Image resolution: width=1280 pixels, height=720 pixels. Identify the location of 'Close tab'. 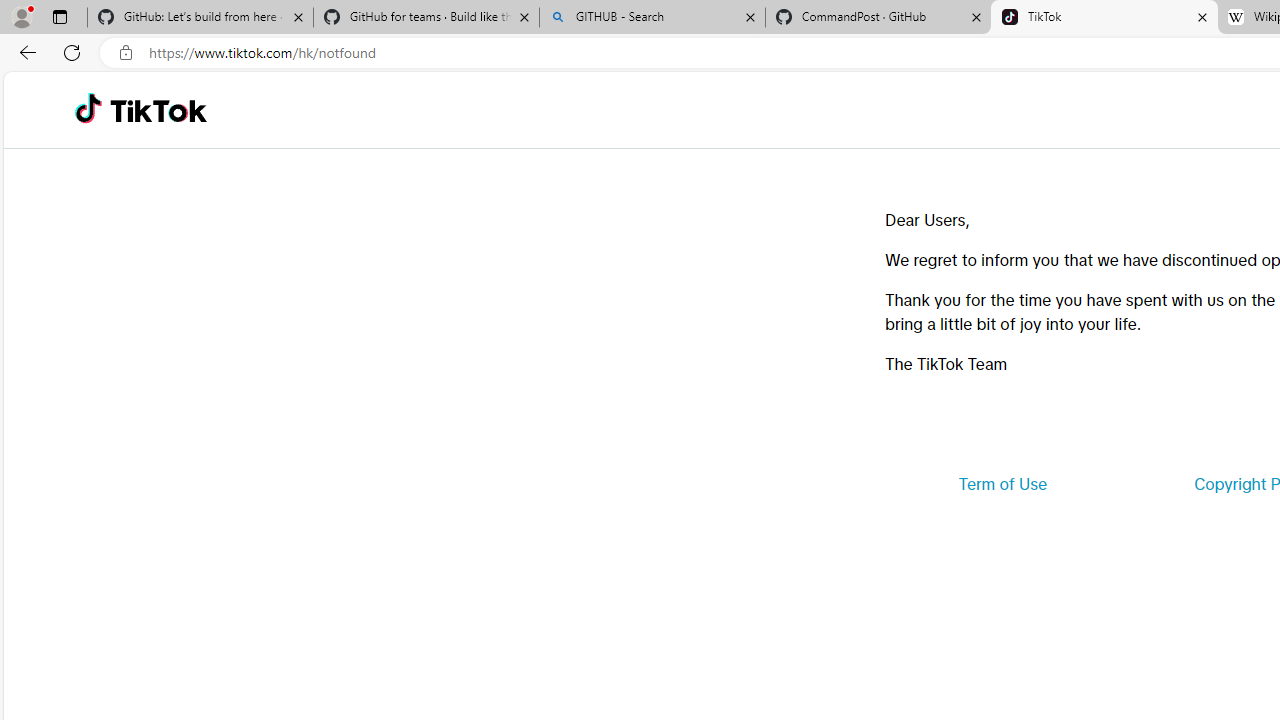
(1201, 17).